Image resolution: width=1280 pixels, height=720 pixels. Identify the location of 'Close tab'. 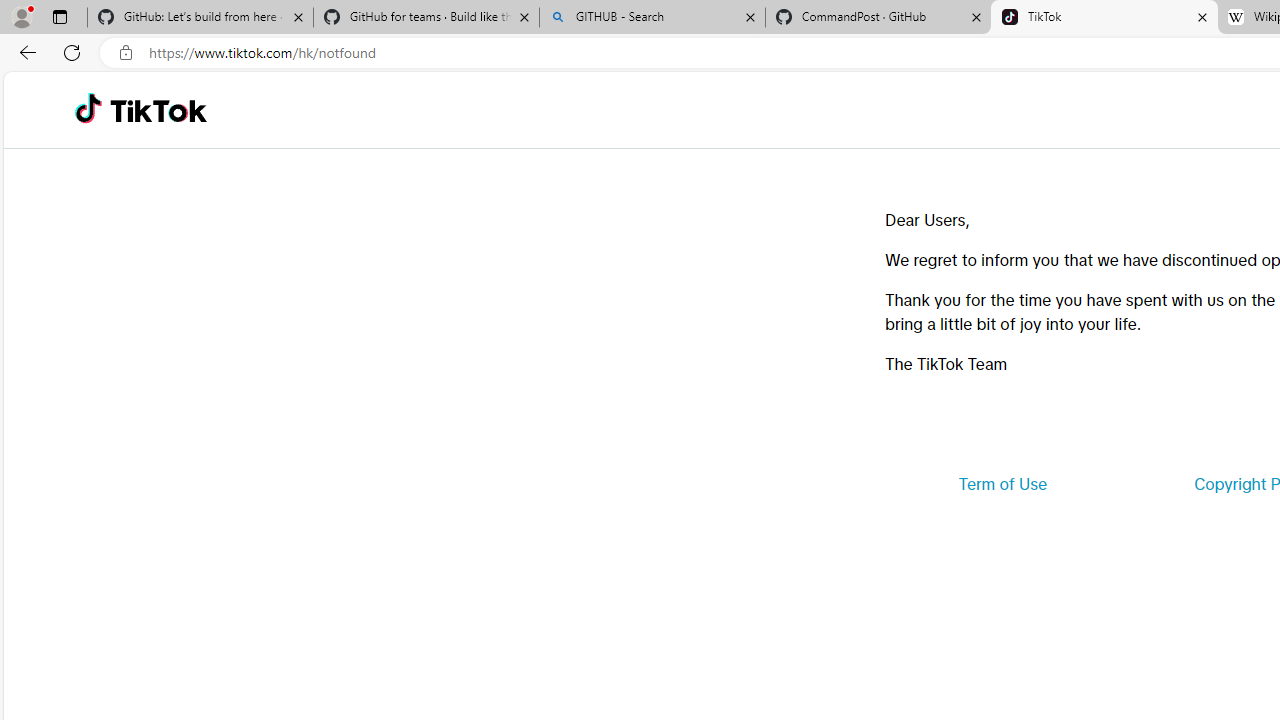
(1201, 17).